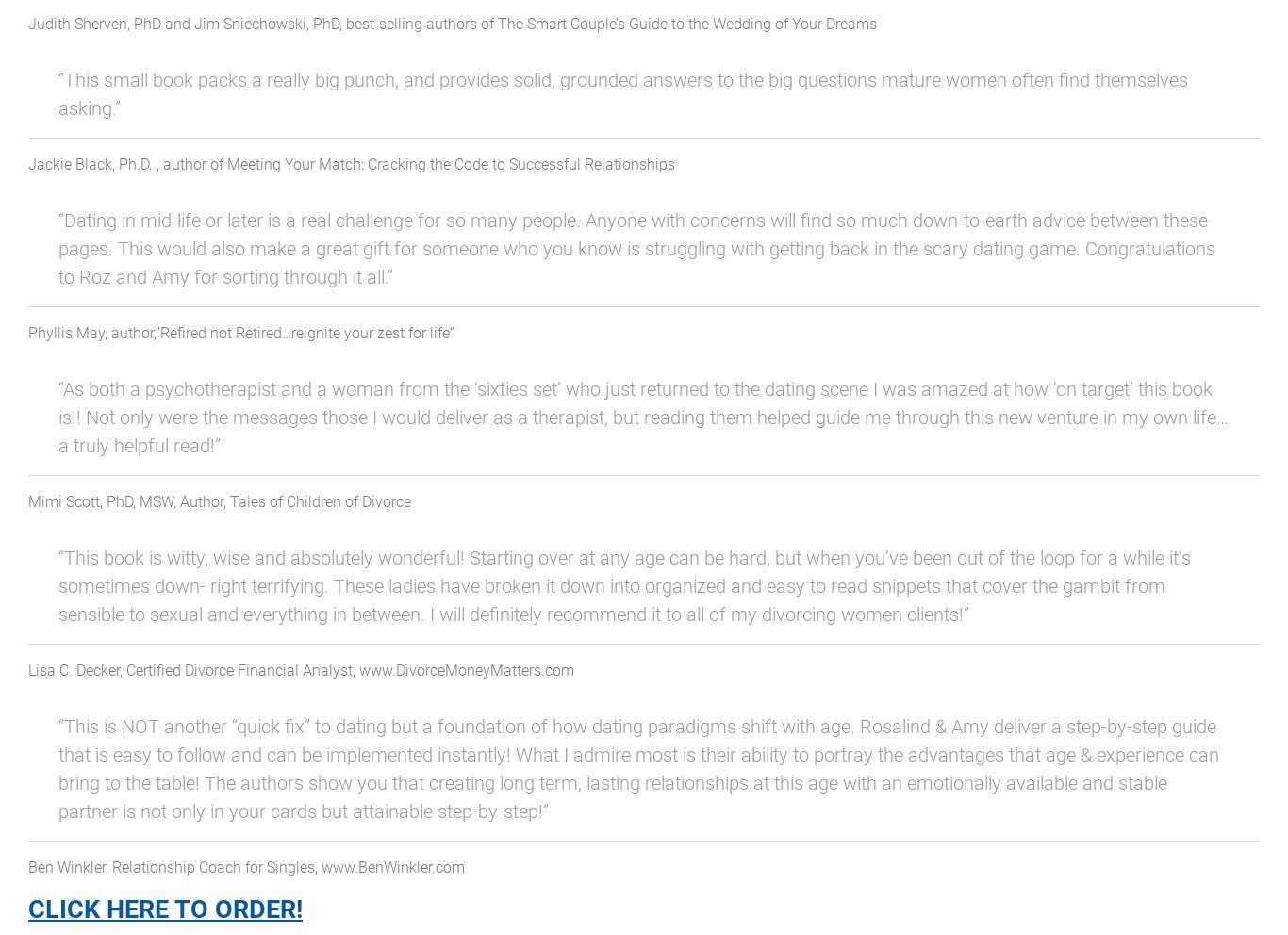 This screenshot has width=1288, height=935. Describe the element at coordinates (301, 670) in the screenshot. I see `'Lisa C. Decker, Certified Divorce Financial Analyst, www.DivorceMoneyMatters.com'` at that location.